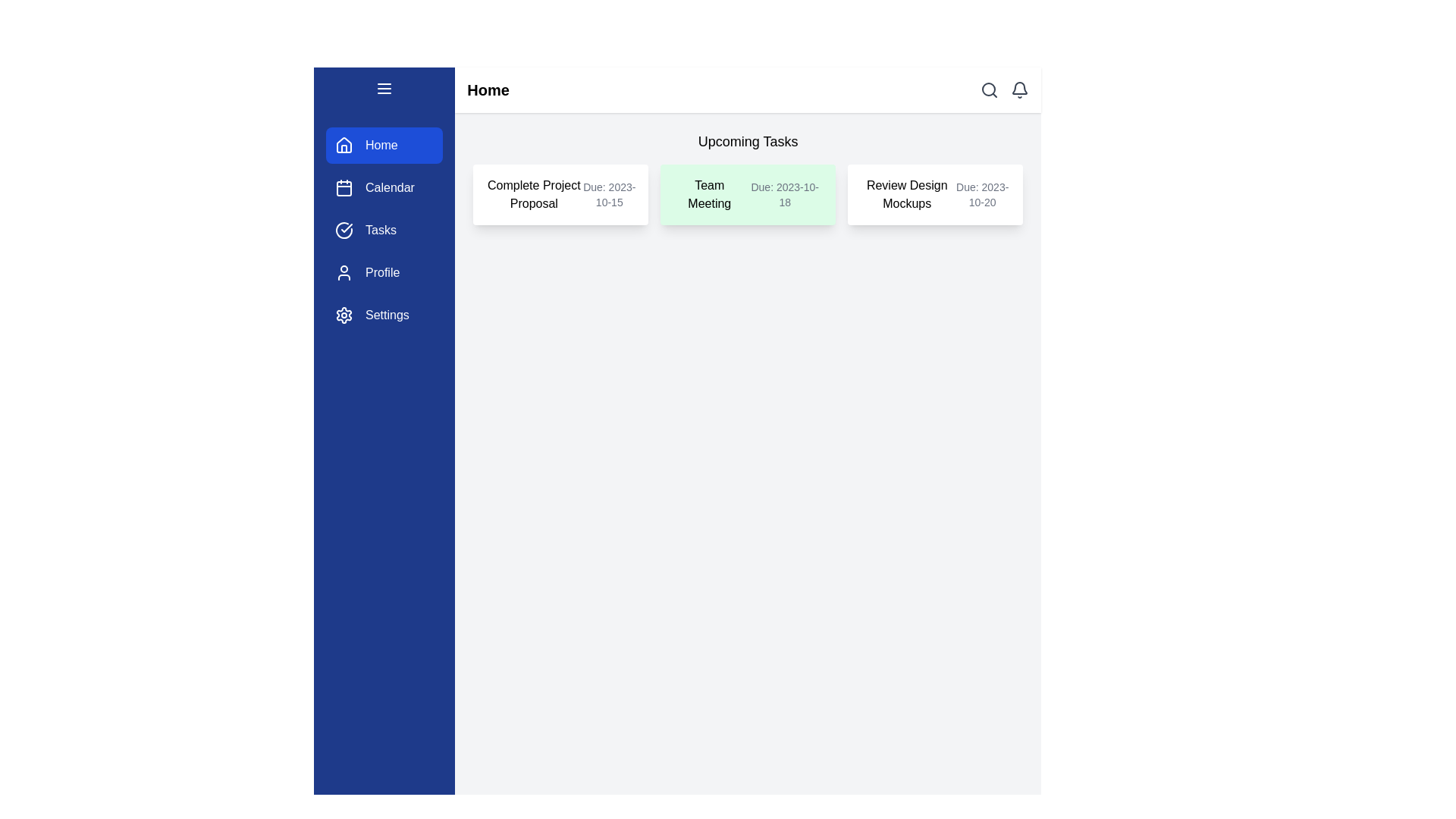  Describe the element at coordinates (381, 231) in the screenshot. I see `the 'Tasks' text label, which is white and part of a blue sidebar` at that location.